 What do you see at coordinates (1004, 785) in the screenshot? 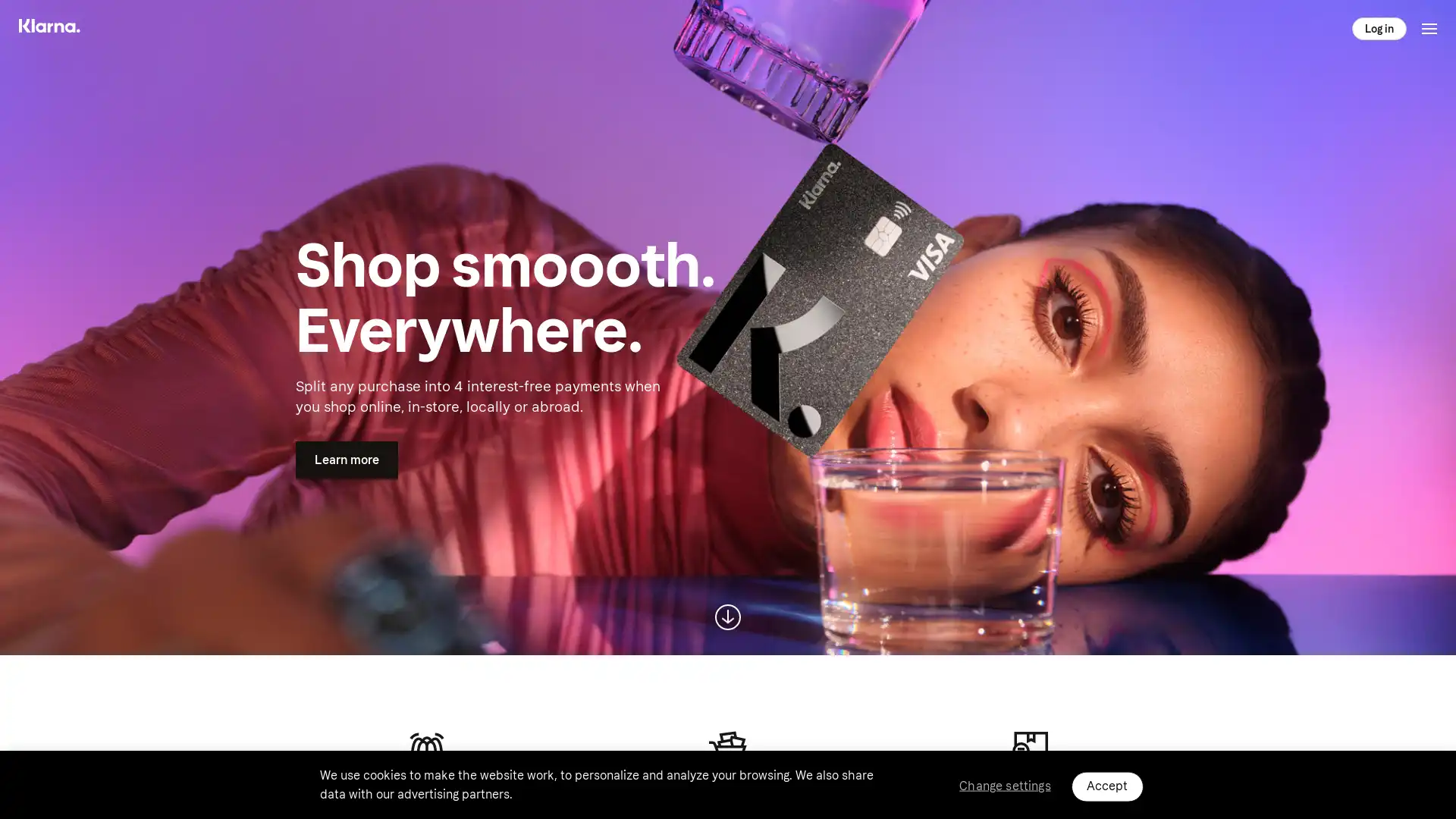
I see `Change settings` at bounding box center [1004, 785].